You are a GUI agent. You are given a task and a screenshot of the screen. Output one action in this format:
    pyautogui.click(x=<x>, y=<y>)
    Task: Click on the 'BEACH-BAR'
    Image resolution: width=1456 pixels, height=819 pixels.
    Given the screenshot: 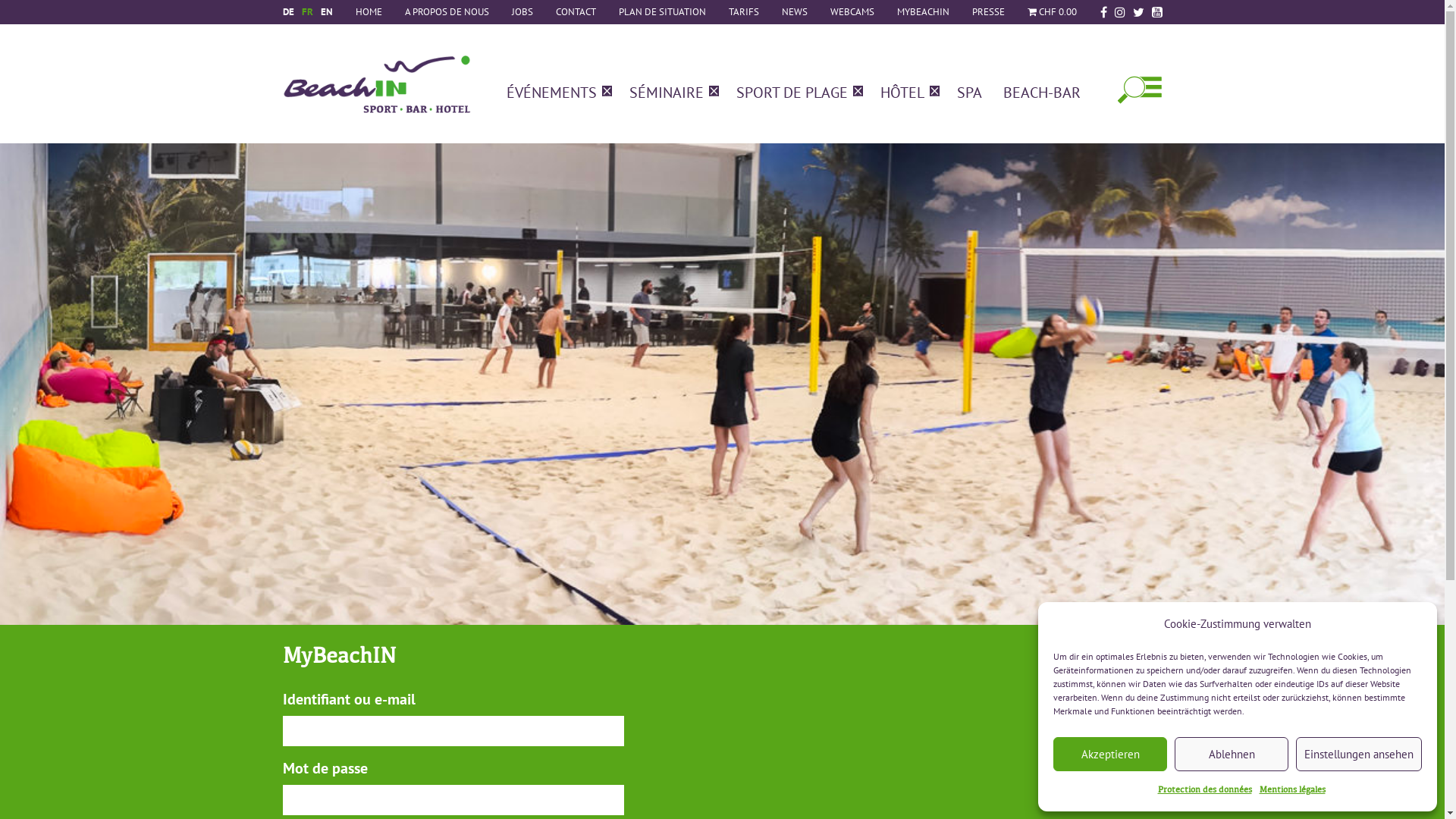 What is the action you would take?
    pyautogui.click(x=1040, y=93)
    